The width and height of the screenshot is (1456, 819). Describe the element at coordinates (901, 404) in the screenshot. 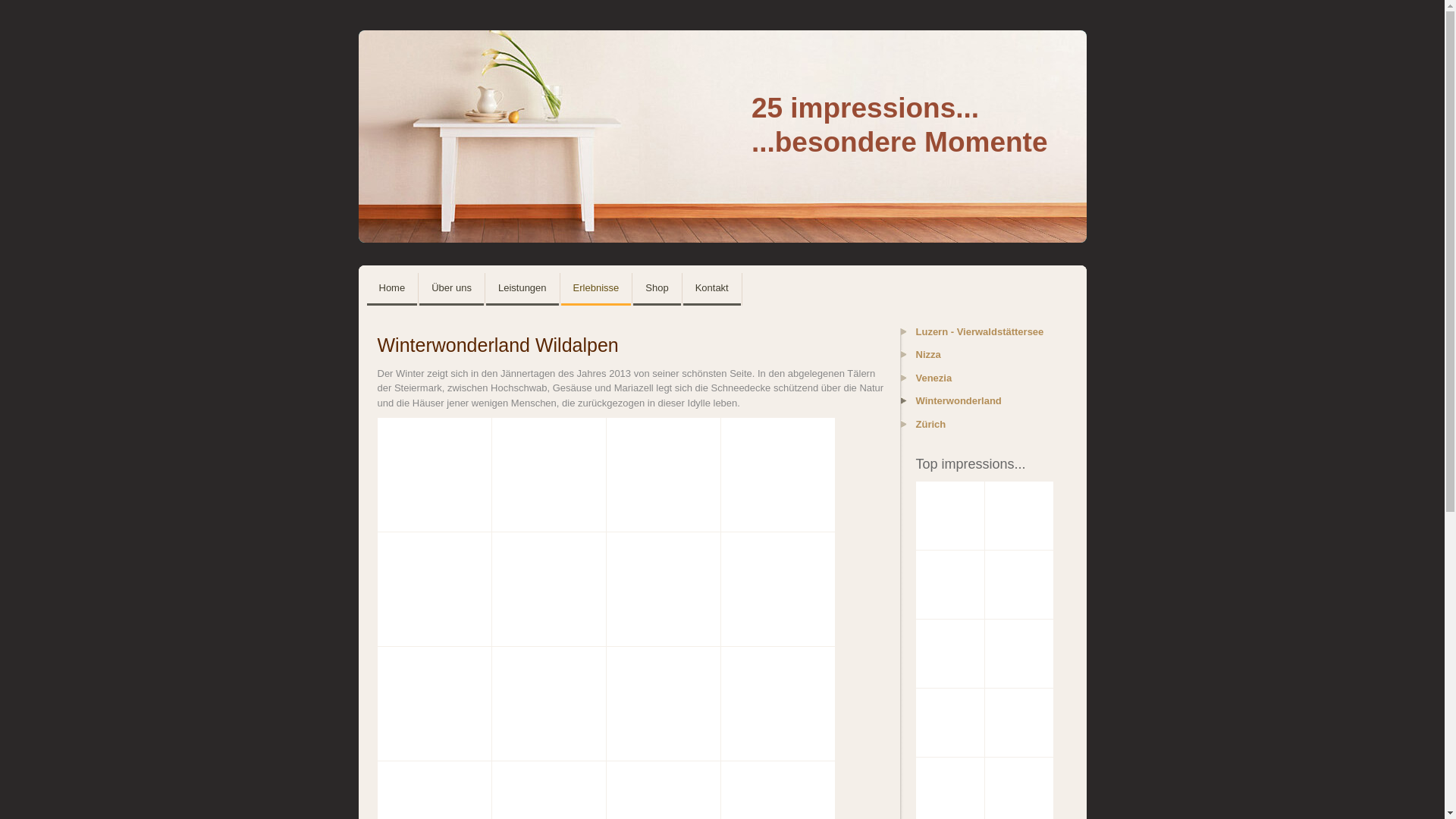

I see `'Winterwonderland'` at that location.